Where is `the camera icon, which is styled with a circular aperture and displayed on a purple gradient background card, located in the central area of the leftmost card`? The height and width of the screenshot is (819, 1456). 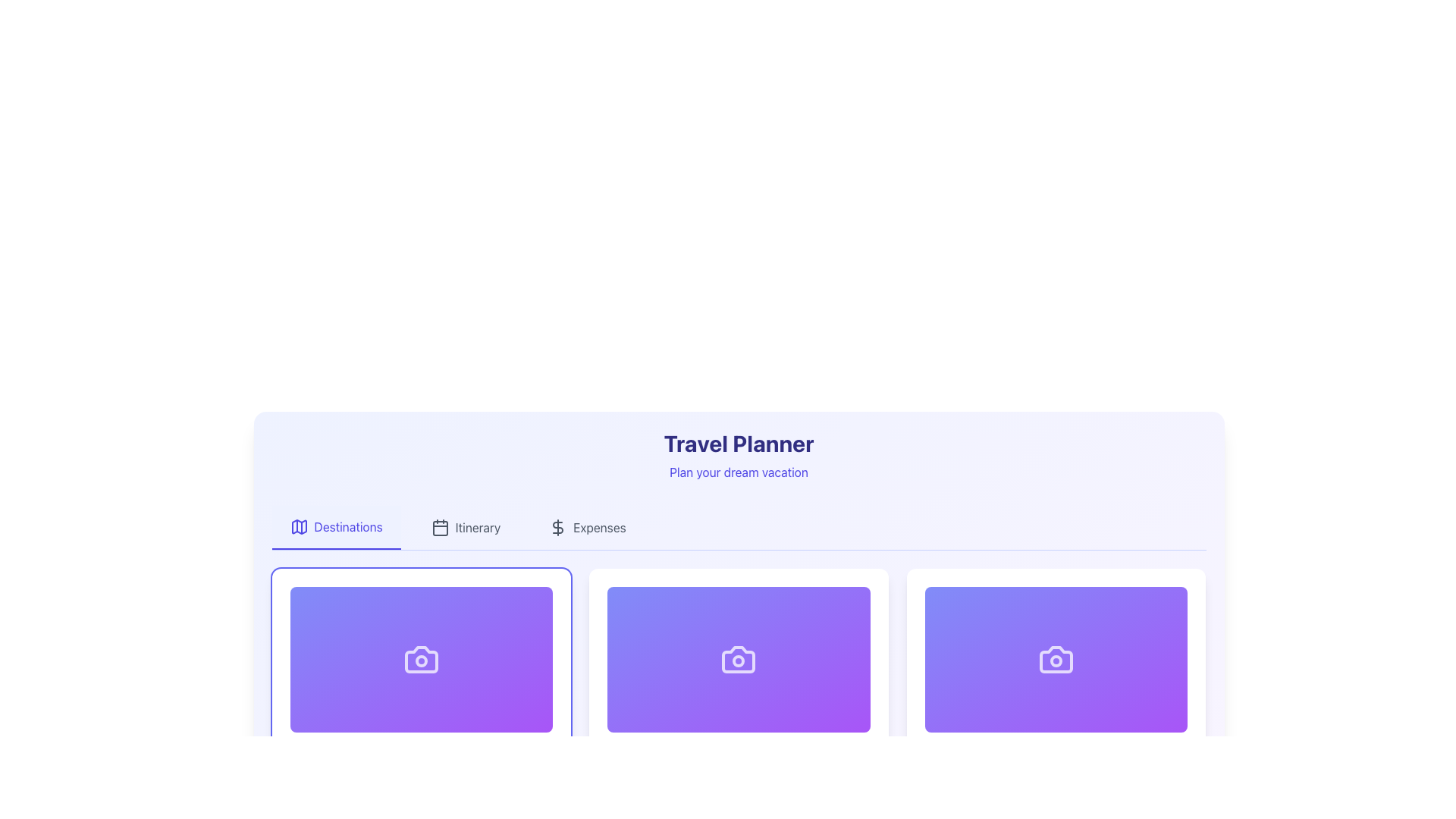
the camera icon, which is styled with a circular aperture and displayed on a purple gradient background card, located in the central area of the leftmost card is located at coordinates (421, 659).